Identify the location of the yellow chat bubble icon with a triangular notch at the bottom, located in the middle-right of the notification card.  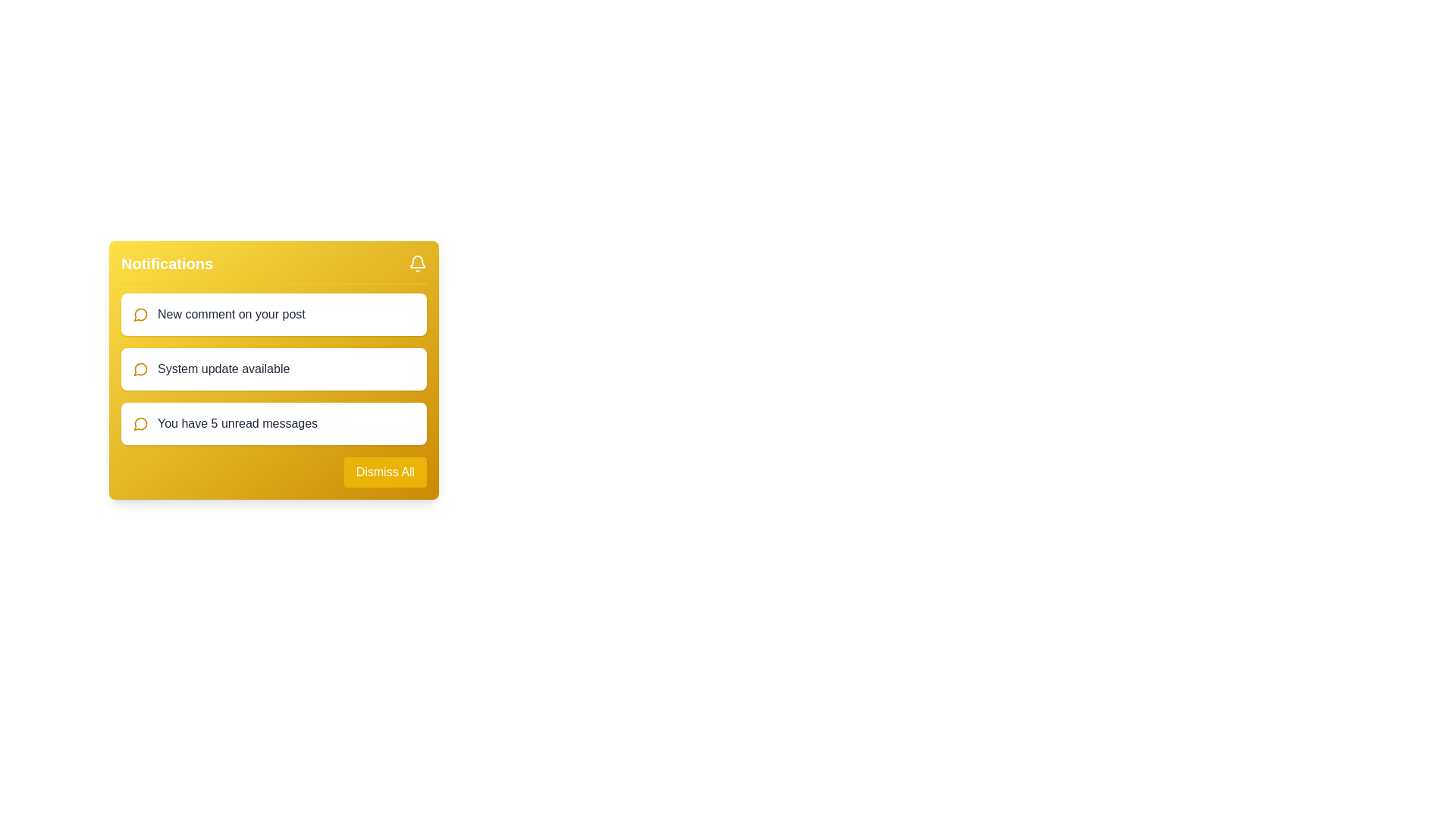
(140, 424).